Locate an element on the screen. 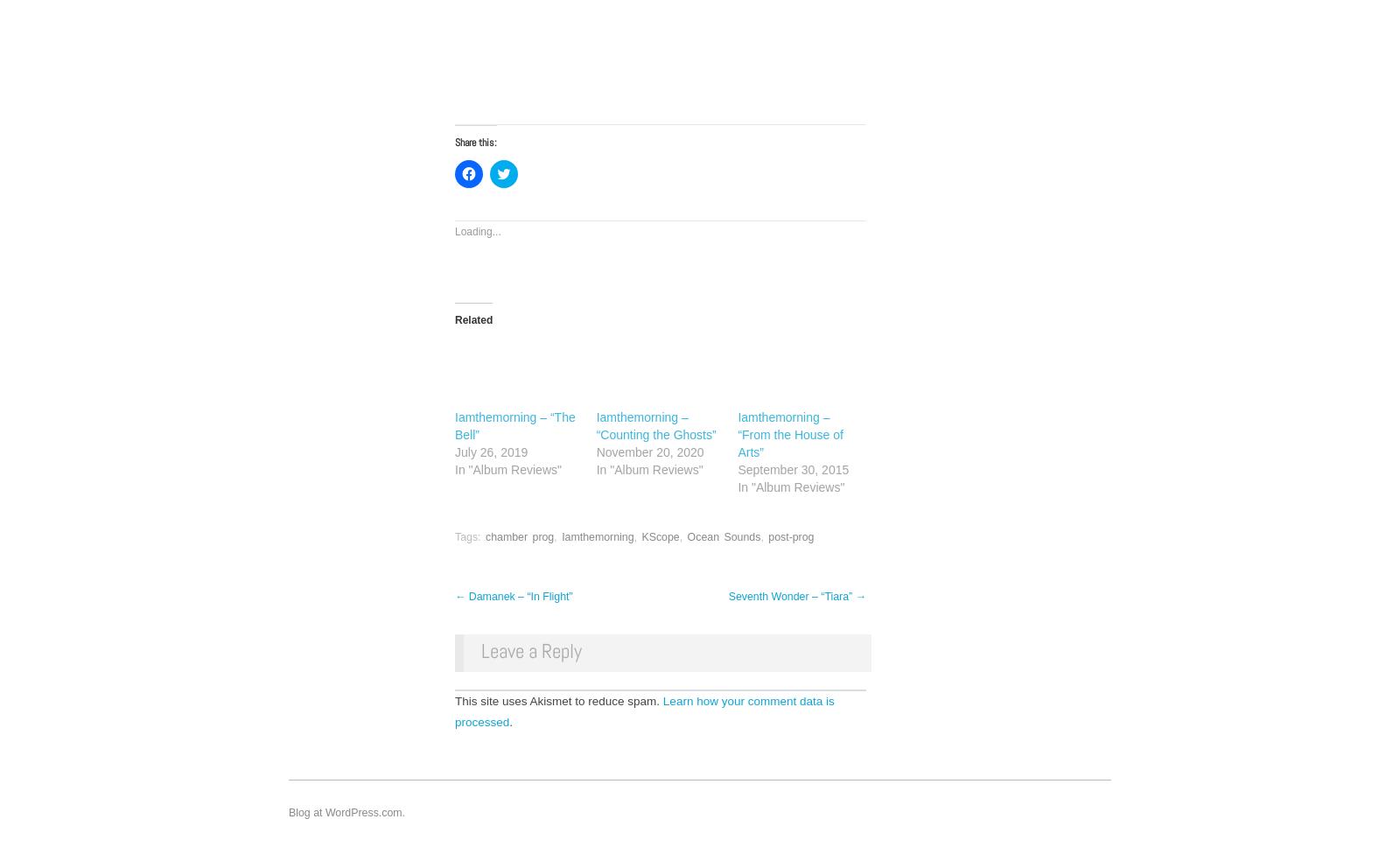 This screenshot has width=1400, height=847. 'KScope' is located at coordinates (660, 536).